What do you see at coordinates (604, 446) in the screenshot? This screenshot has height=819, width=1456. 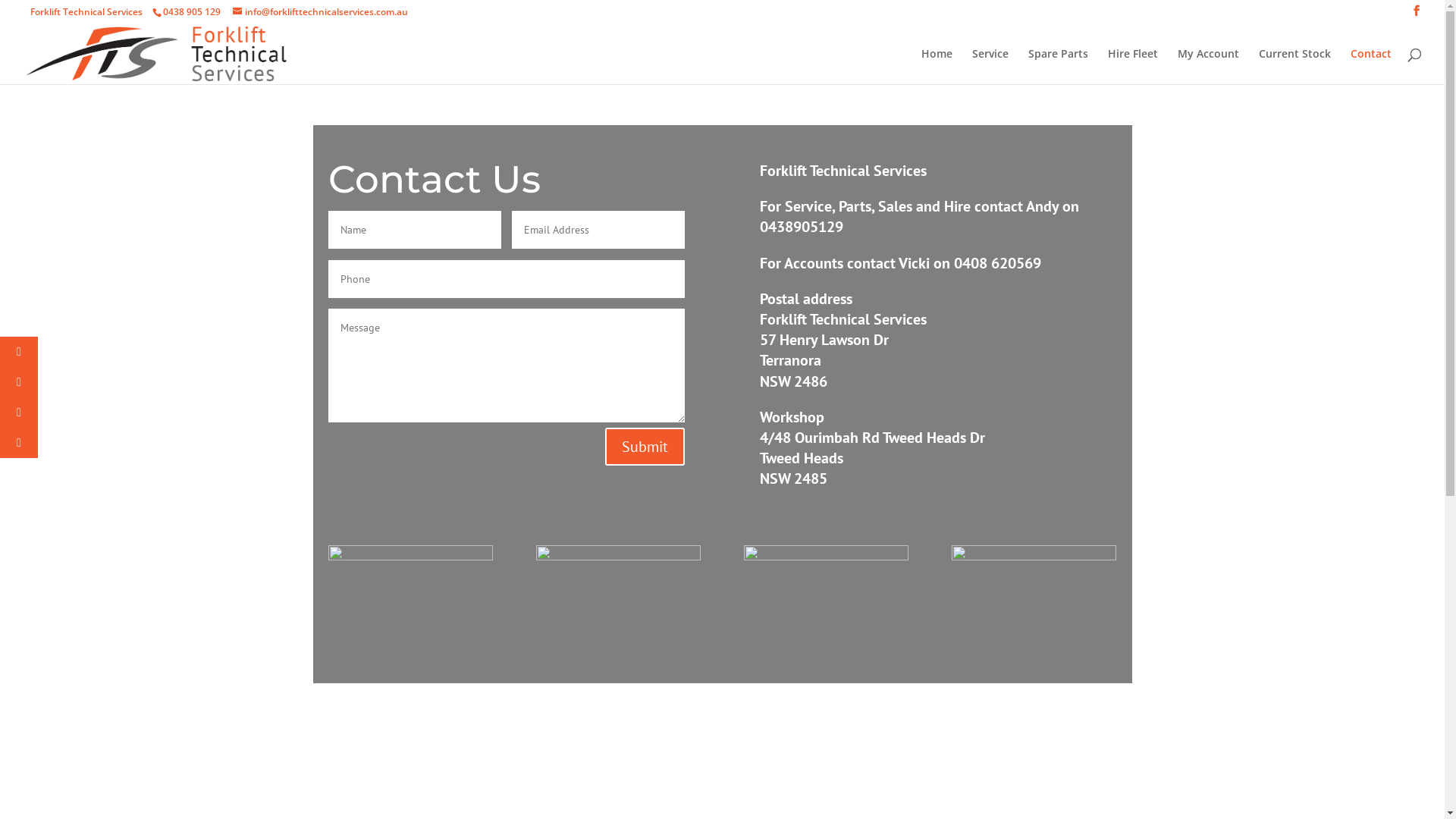 I see `'Submit'` at bounding box center [604, 446].